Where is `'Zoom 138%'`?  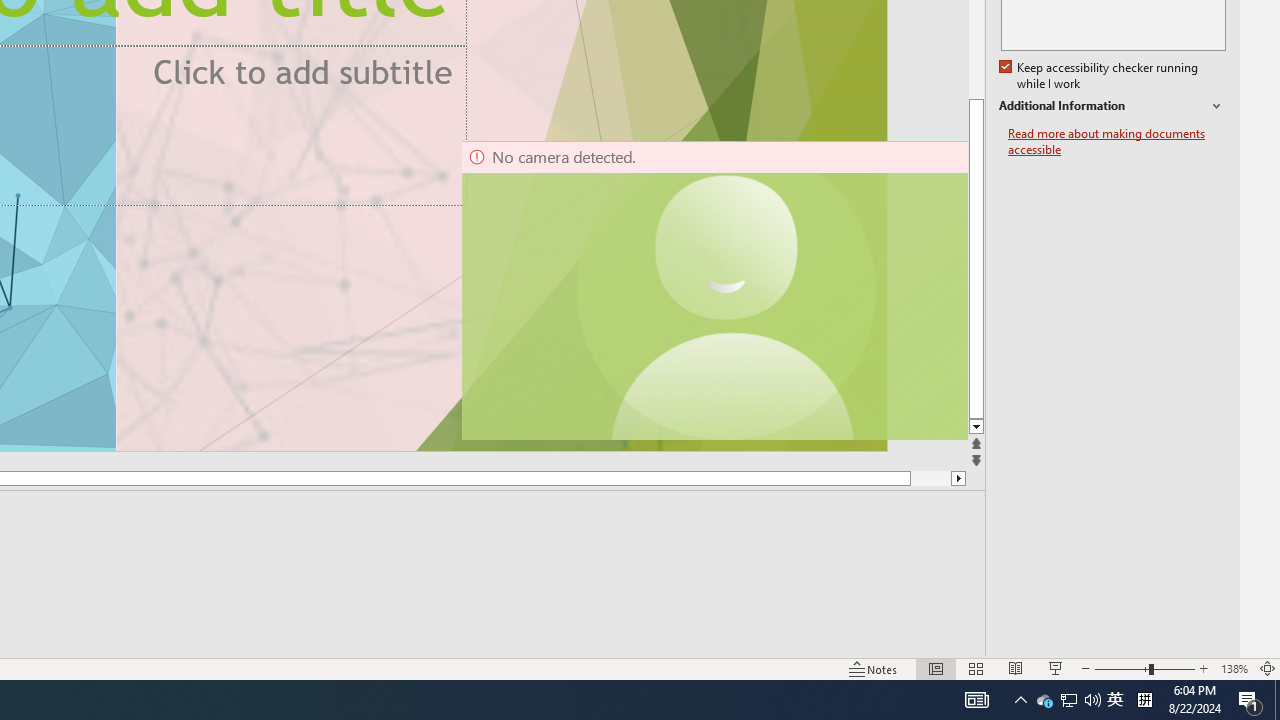
'Zoom 138%' is located at coordinates (1233, 669).